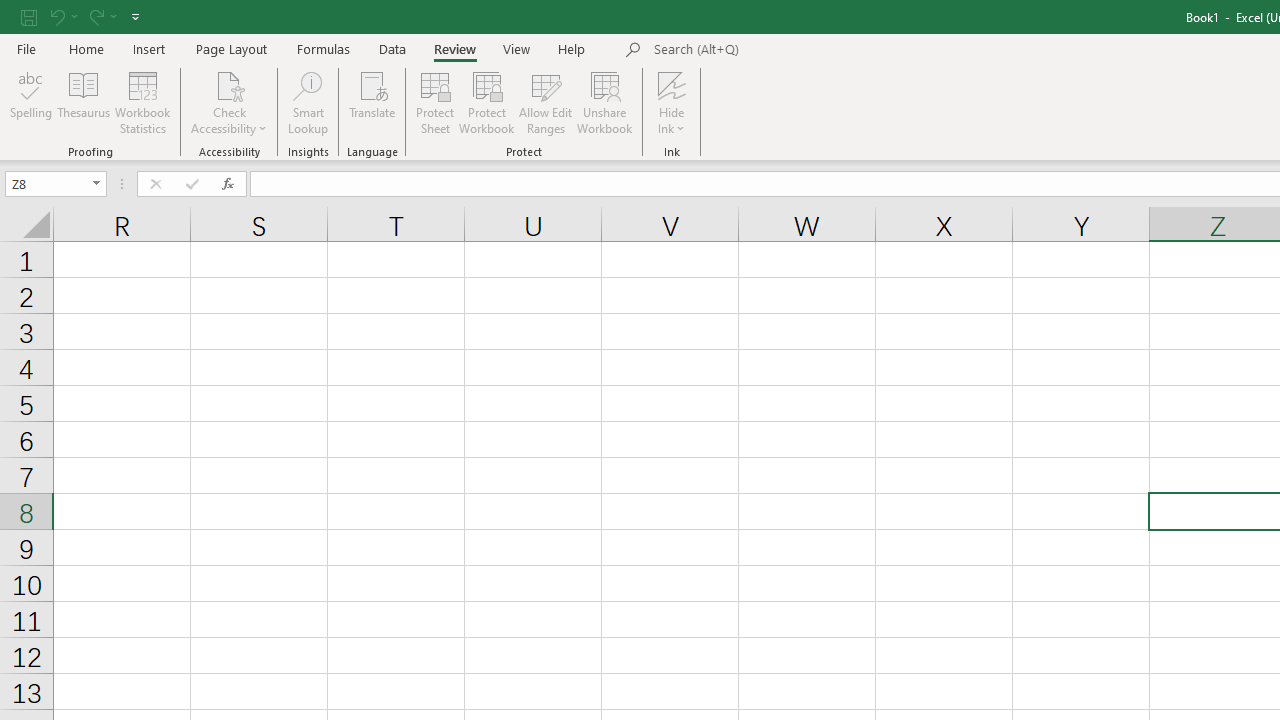  What do you see at coordinates (372, 103) in the screenshot?
I see `'Translate'` at bounding box center [372, 103].